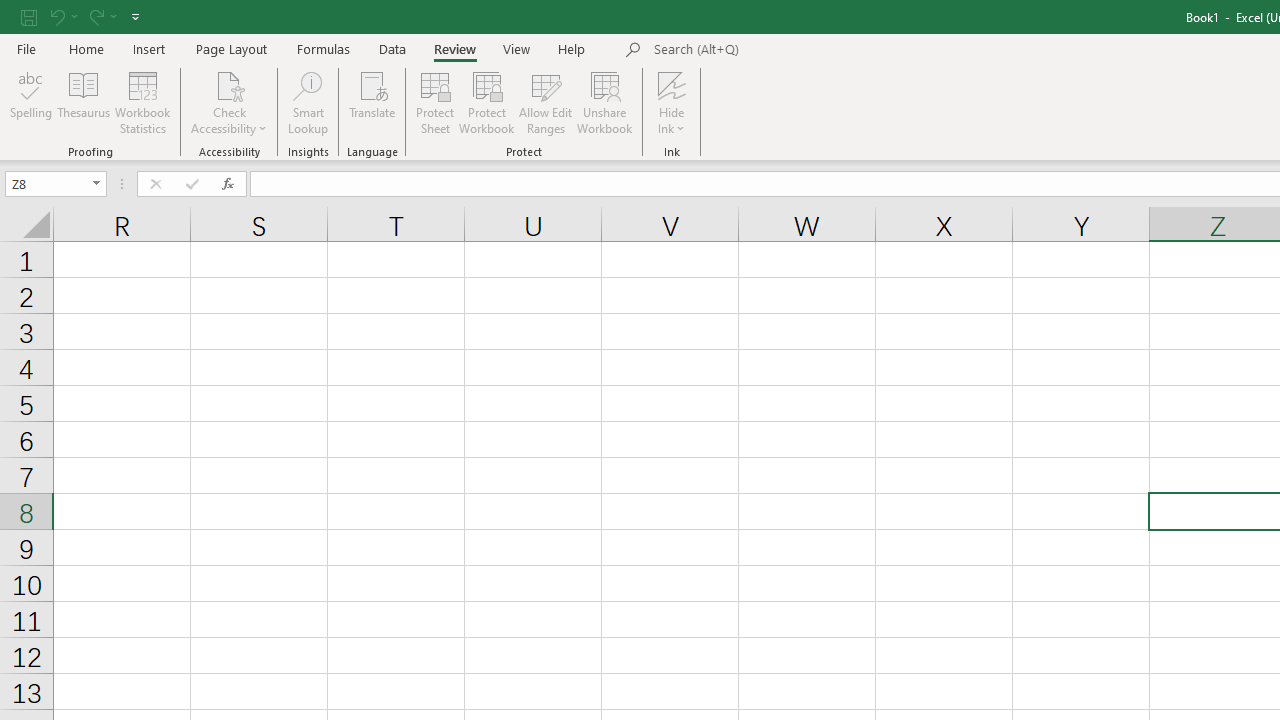  What do you see at coordinates (372, 103) in the screenshot?
I see `'Translate'` at bounding box center [372, 103].